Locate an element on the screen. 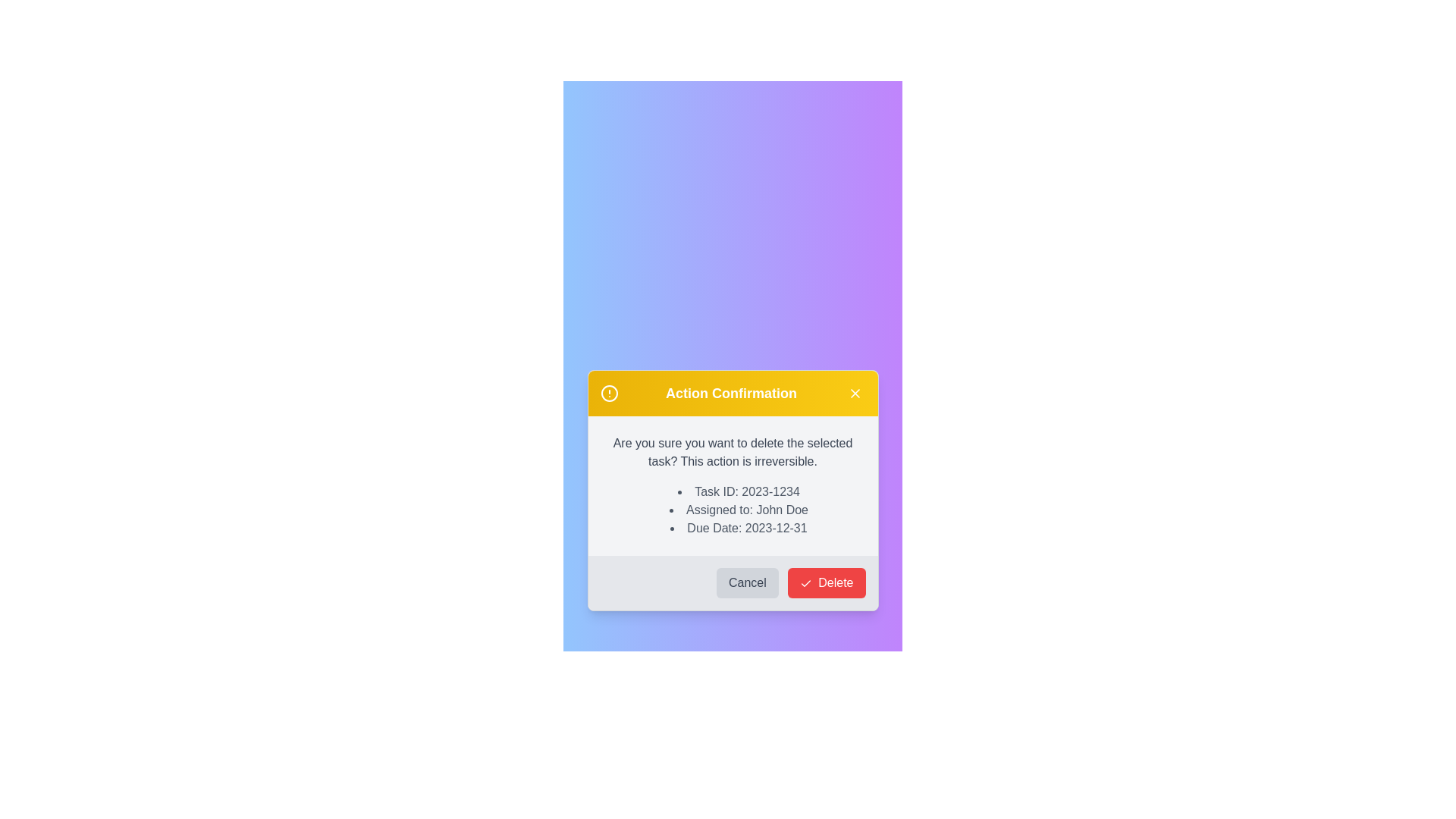  the Close button, a small red cross-shaped icon located in the top-right corner of the yellow banner labeled 'Action Confirmation' is located at coordinates (855, 393).